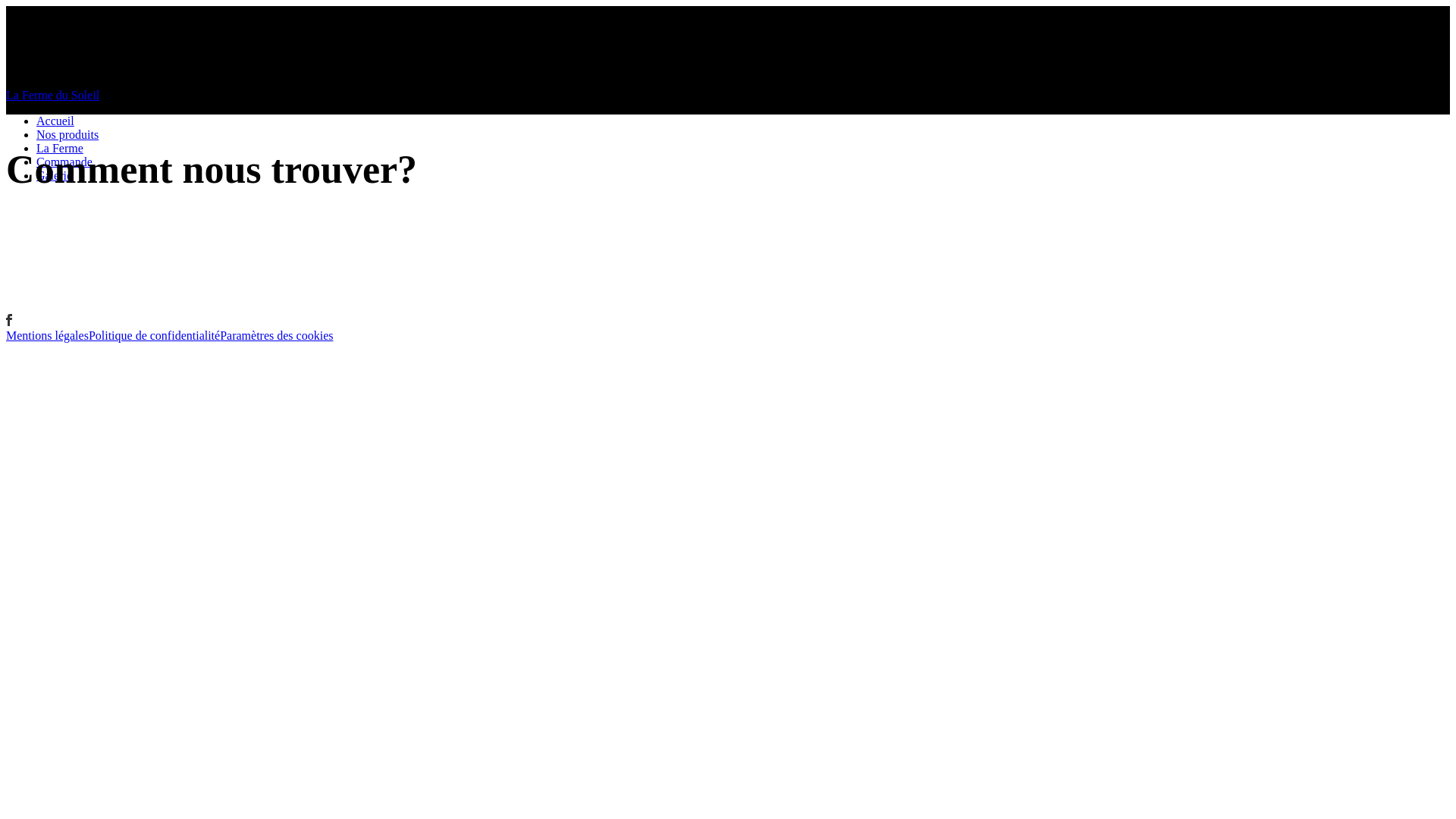 The image size is (1456, 819). I want to click on 'La Ferme', so click(36, 148).